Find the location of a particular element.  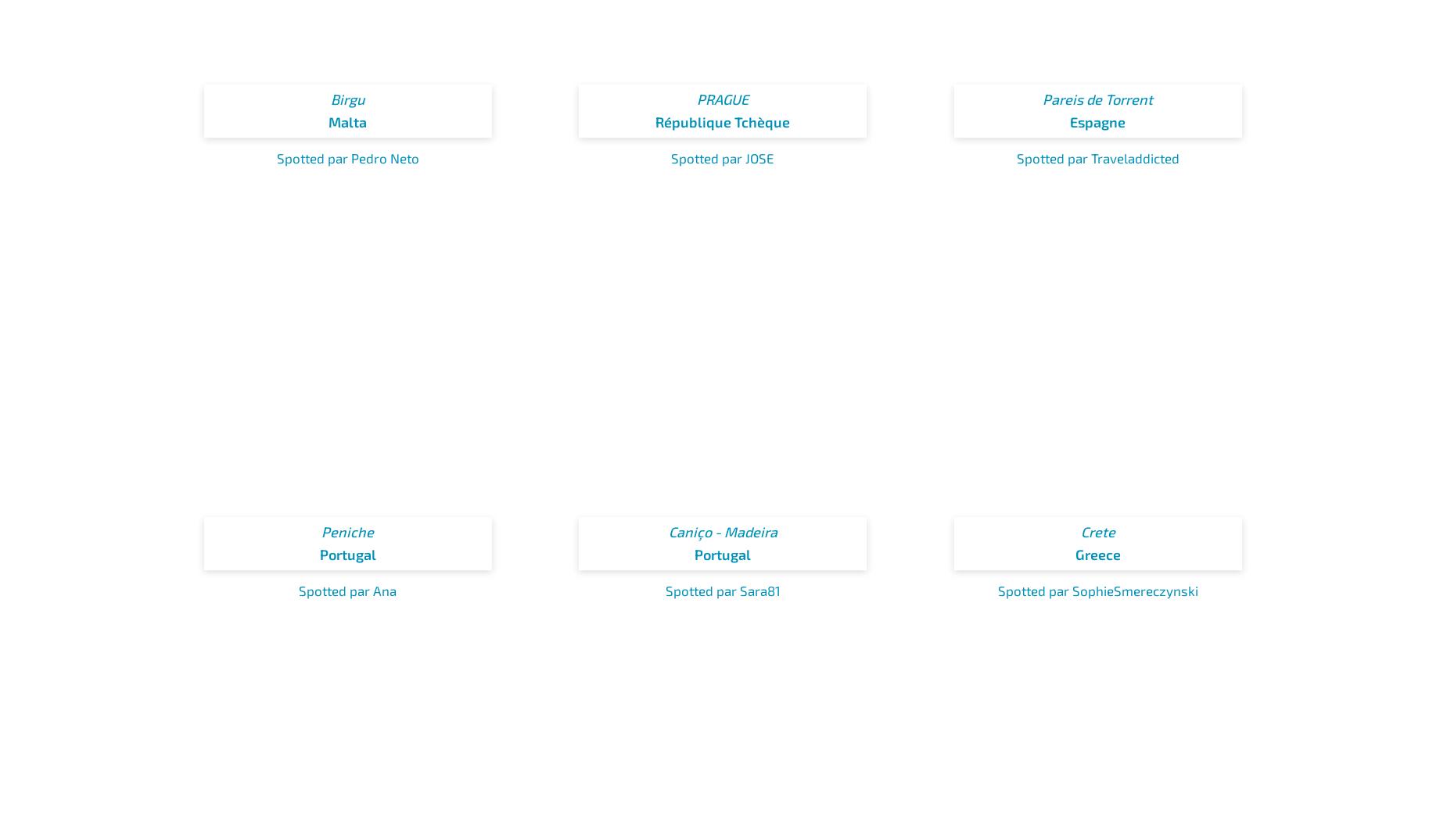

'Espagne' is located at coordinates (1069, 121).